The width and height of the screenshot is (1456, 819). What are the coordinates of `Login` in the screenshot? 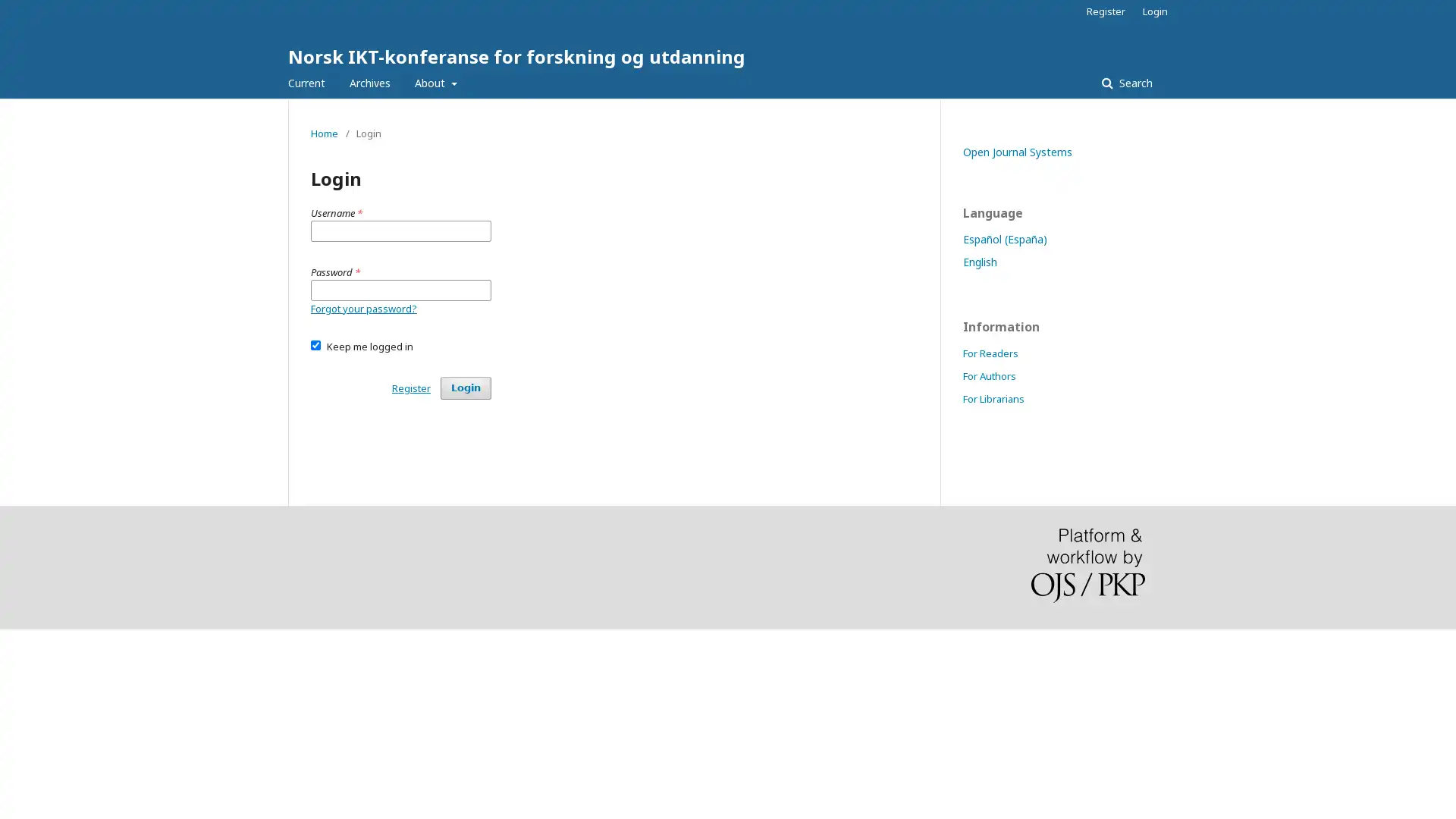 It's located at (465, 388).